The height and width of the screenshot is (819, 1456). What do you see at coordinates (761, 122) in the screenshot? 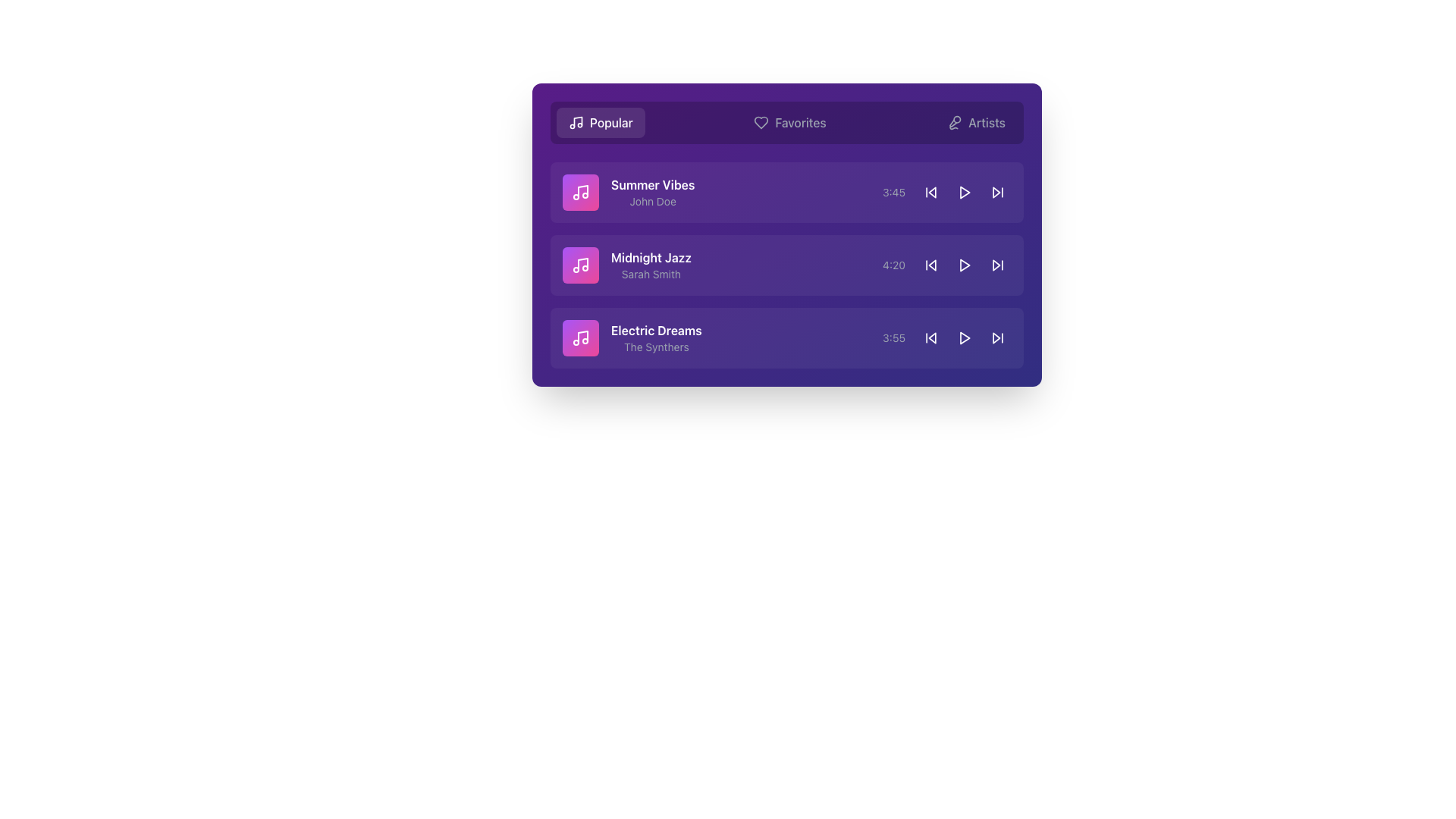
I see `the 'Favorites' icon located in the top navigation bar between 'Popular' and 'Artists' sections` at bounding box center [761, 122].